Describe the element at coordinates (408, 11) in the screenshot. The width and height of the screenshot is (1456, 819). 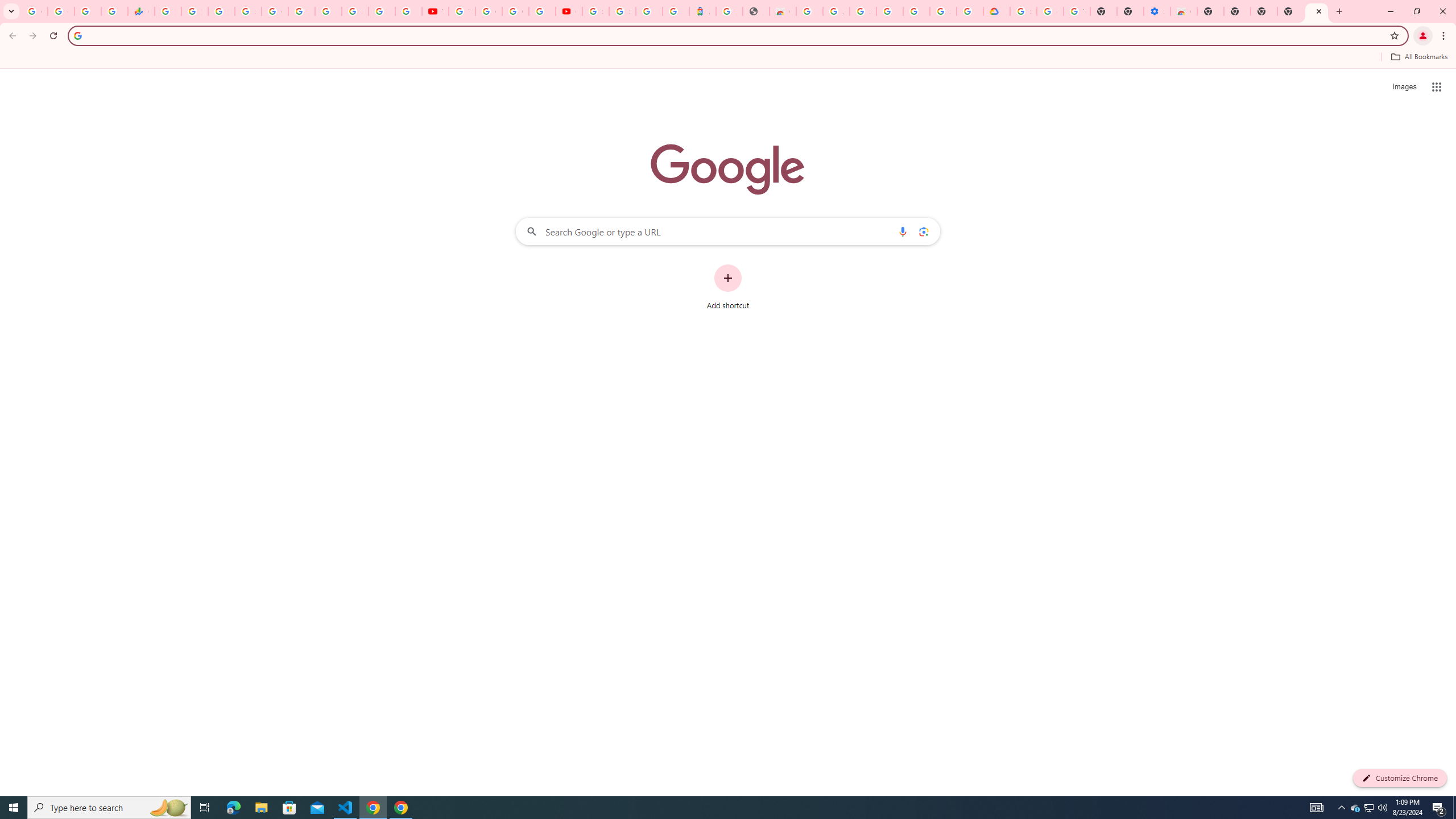
I see `'Privacy Checkup'` at that location.